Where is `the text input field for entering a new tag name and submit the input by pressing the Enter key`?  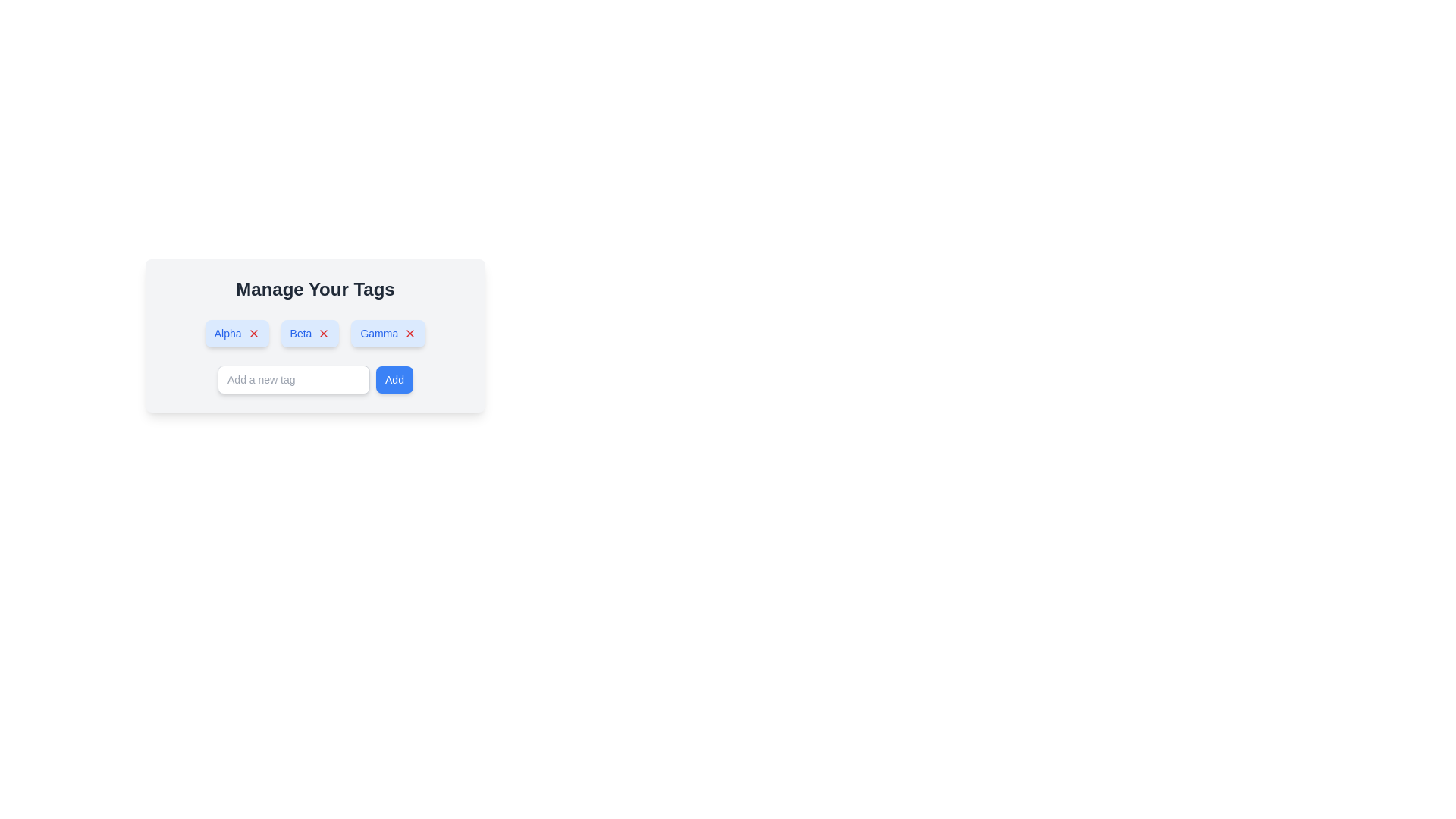
the text input field for entering a new tag name and submit the input by pressing the Enter key is located at coordinates (315, 379).